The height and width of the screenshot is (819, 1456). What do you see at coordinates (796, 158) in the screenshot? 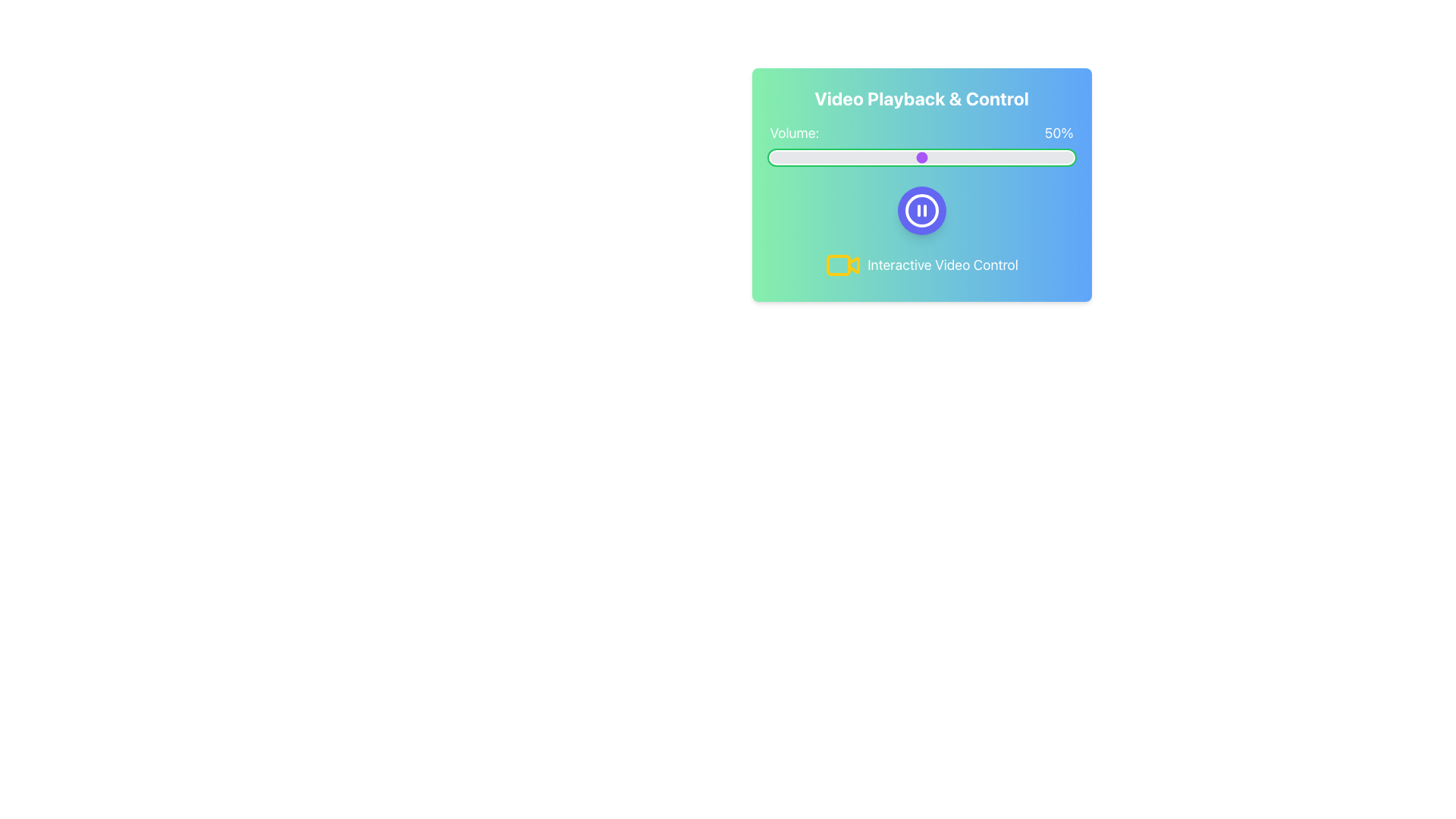
I see `the volume` at bounding box center [796, 158].